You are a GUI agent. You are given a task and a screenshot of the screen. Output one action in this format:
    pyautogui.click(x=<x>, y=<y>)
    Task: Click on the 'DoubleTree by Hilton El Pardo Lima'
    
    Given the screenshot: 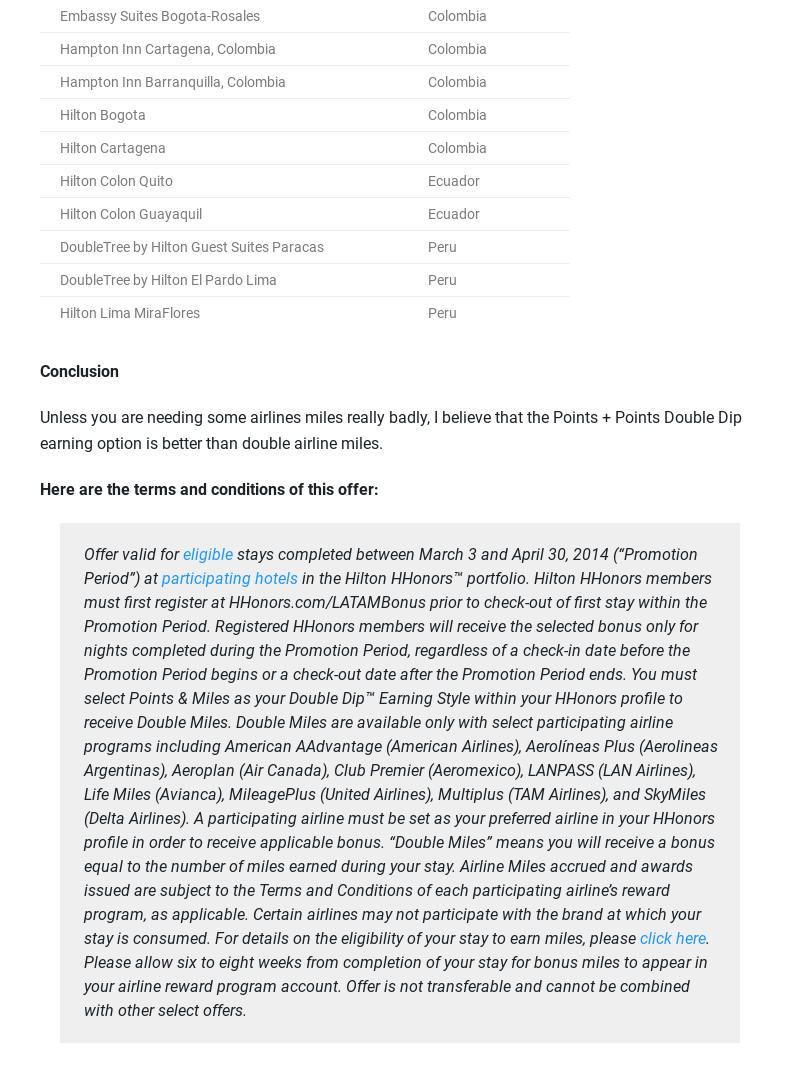 What is the action you would take?
    pyautogui.click(x=167, y=279)
    